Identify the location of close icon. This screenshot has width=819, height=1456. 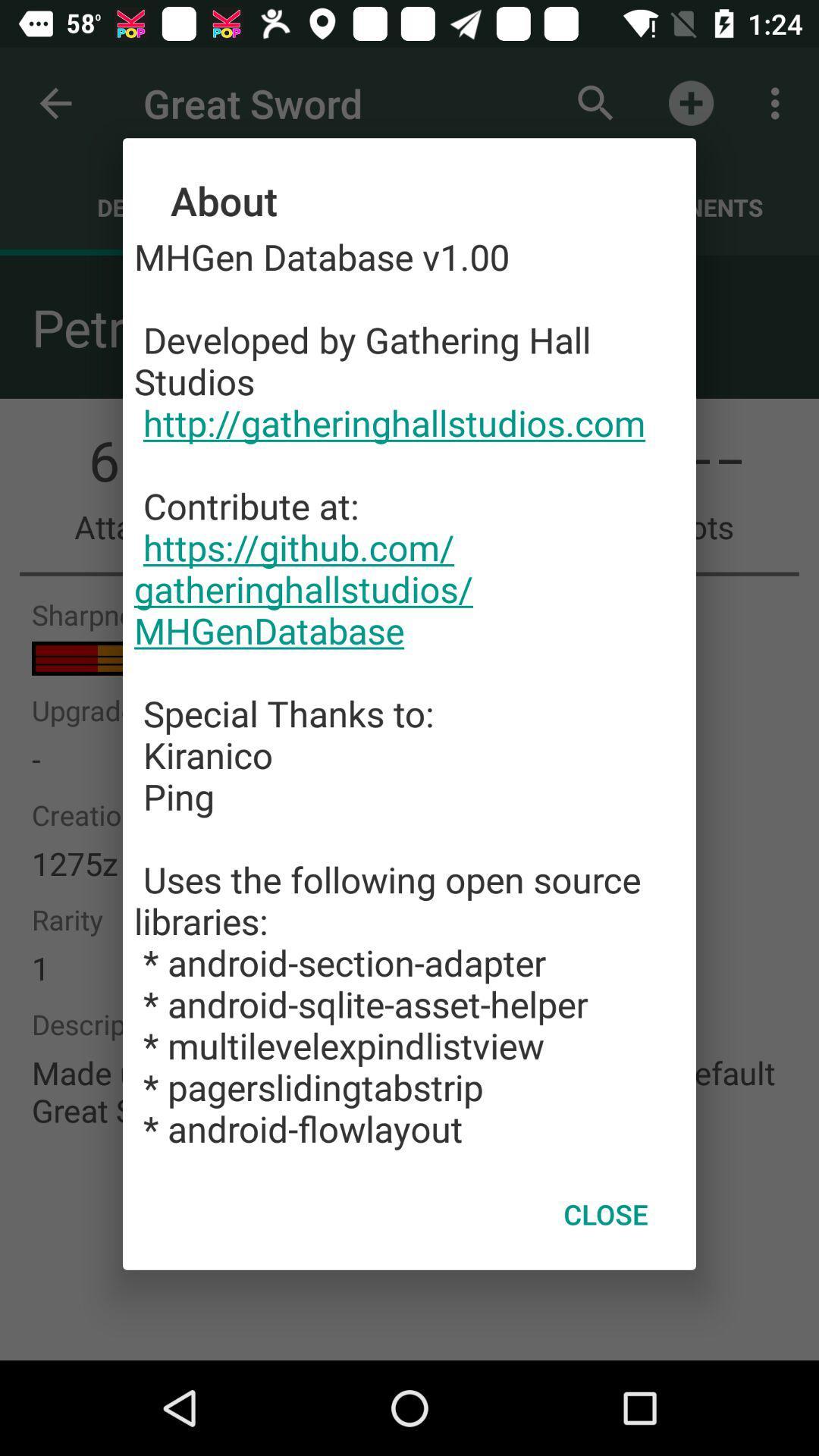
(605, 1214).